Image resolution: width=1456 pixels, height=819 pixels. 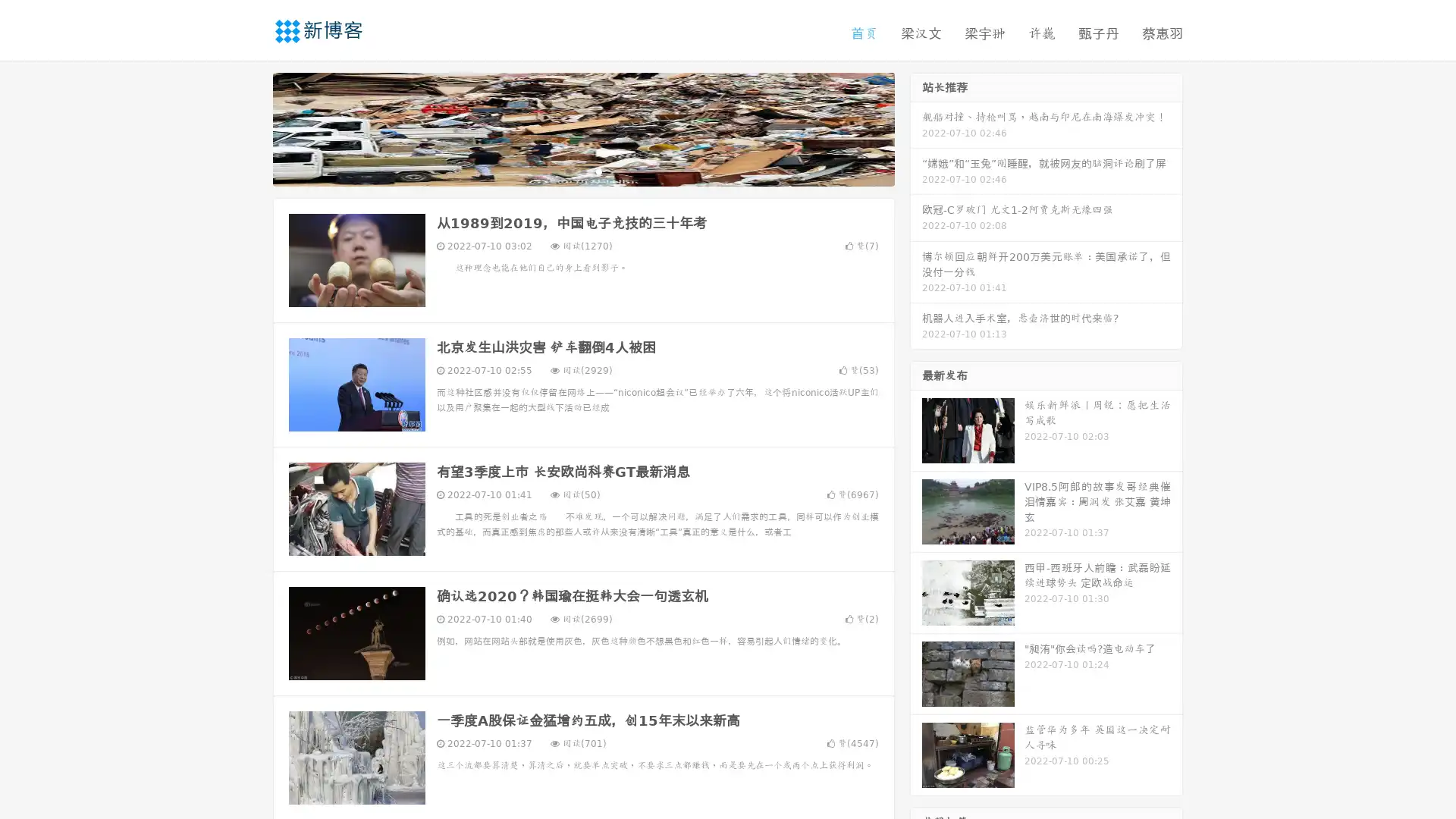 I want to click on Previous slide, so click(x=250, y=127).